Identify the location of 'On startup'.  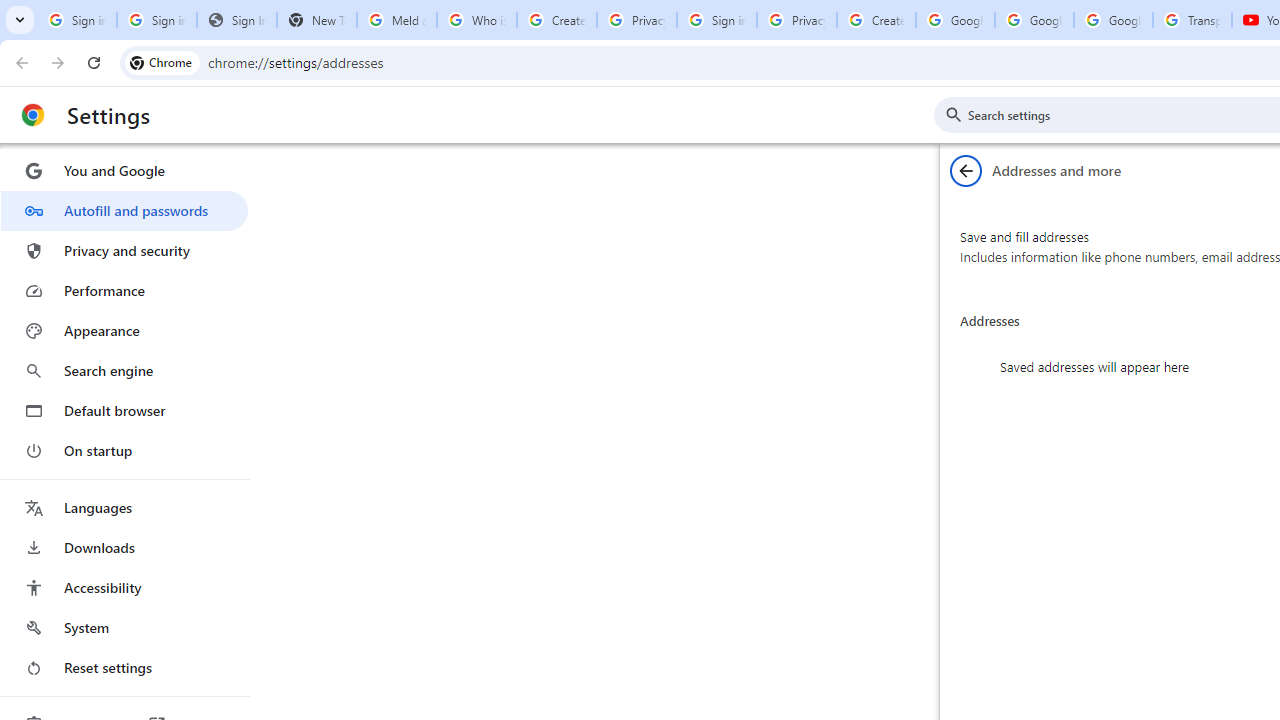
(123, 451).